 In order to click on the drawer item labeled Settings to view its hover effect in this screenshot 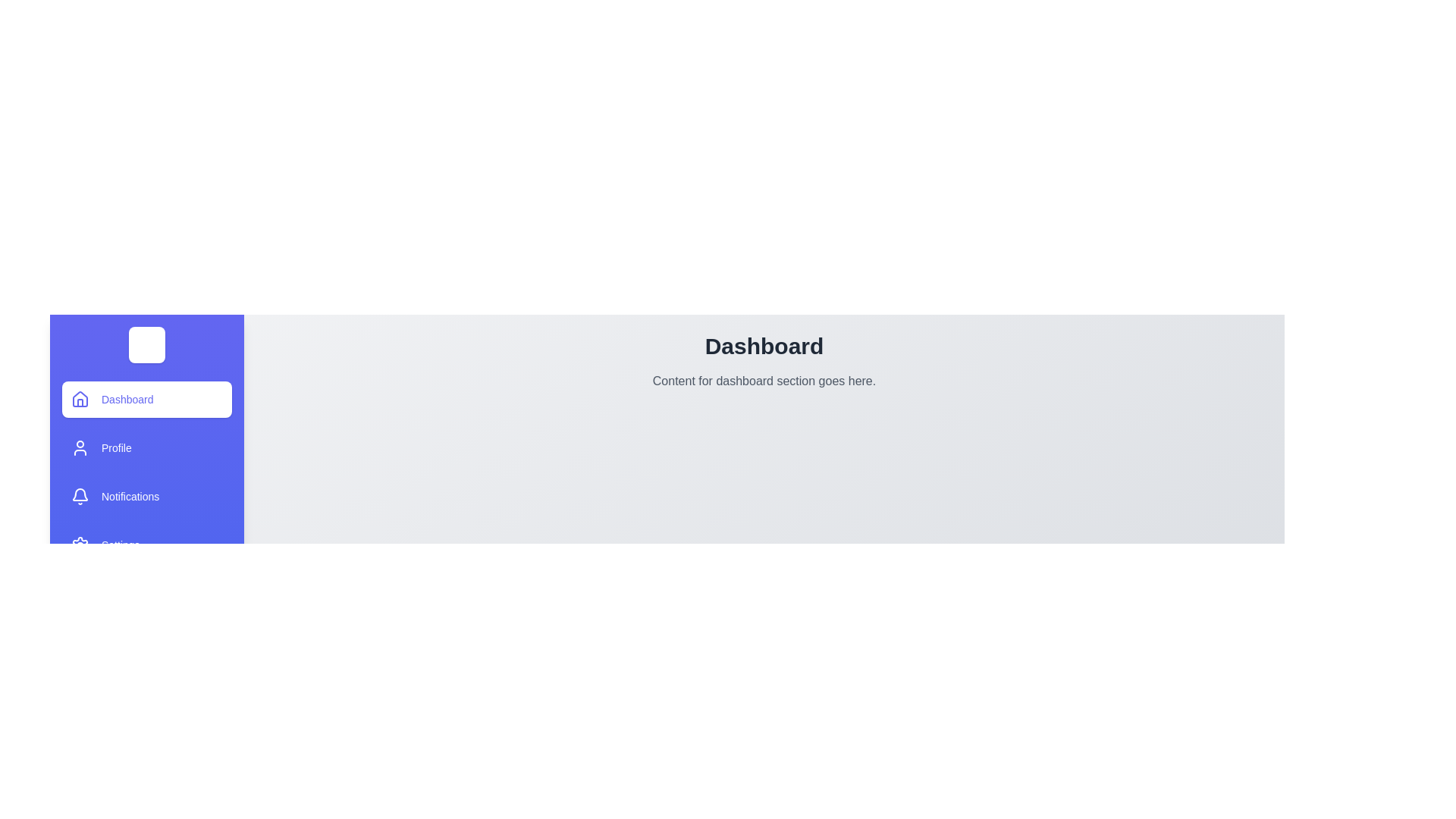, I will do `click(146, 544)`.